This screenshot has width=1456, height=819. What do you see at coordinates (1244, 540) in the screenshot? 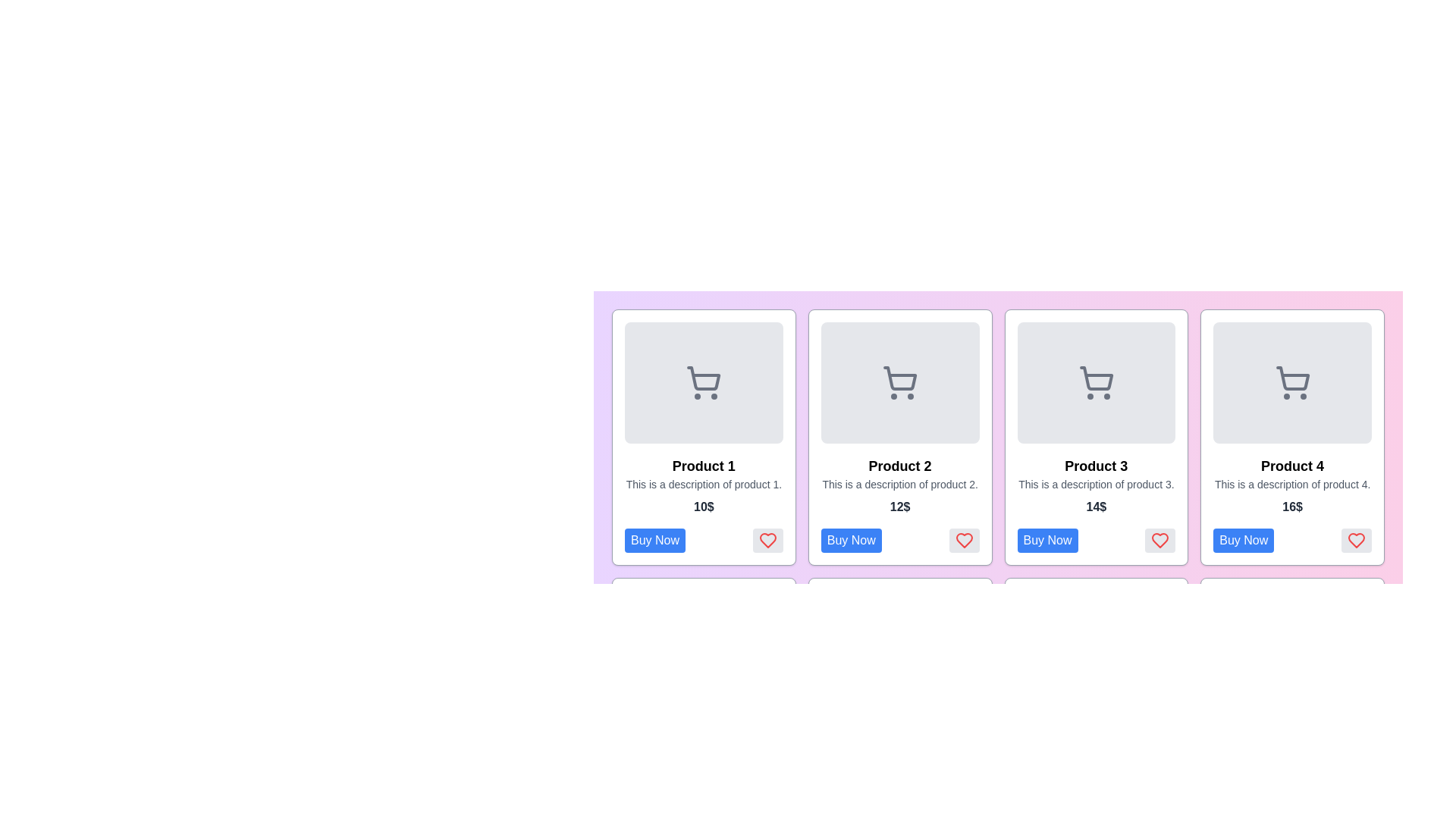
I see `the 'Buy Now' button located in the fourth product card beneath the product's price to initiate the purchase process` at bounding box center [1244, 540].